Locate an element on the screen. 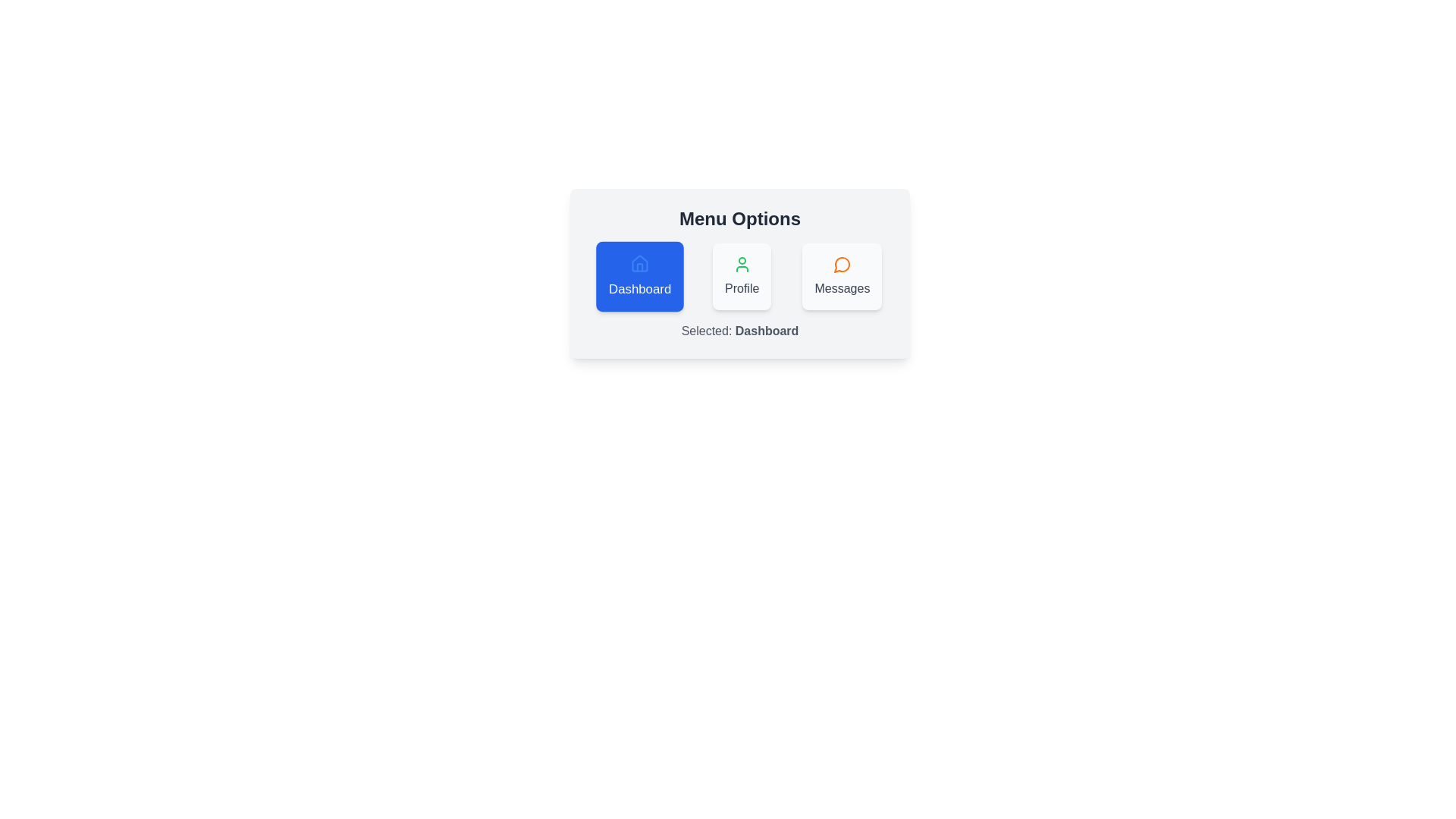 The width and height of the screenshot is (1456, 819). the Dashboard chip to observe its hover effect is located at coordinates (639, 277).